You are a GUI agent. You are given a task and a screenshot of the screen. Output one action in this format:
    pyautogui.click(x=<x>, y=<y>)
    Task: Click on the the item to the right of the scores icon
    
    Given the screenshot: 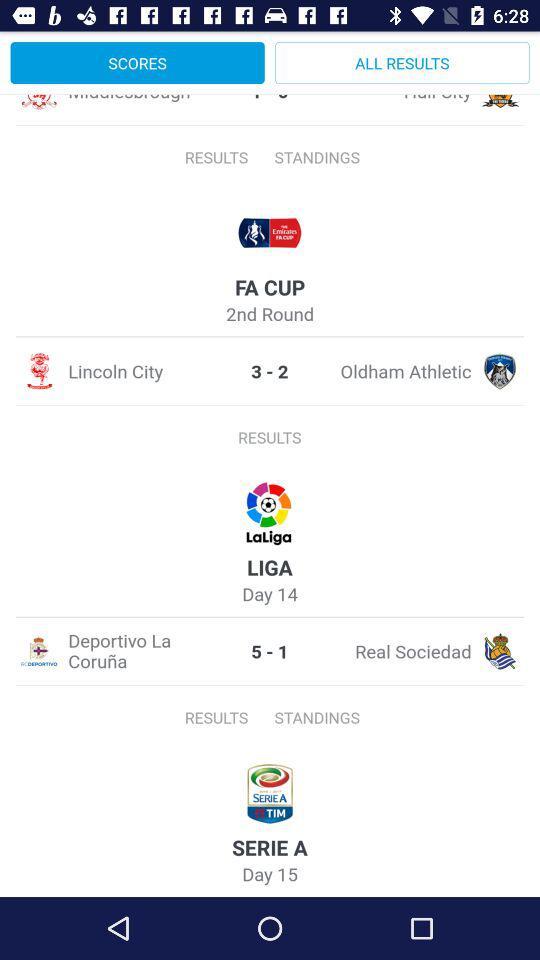 What is the action you would take?
    pyautogui.click(x=402, y=62)
    